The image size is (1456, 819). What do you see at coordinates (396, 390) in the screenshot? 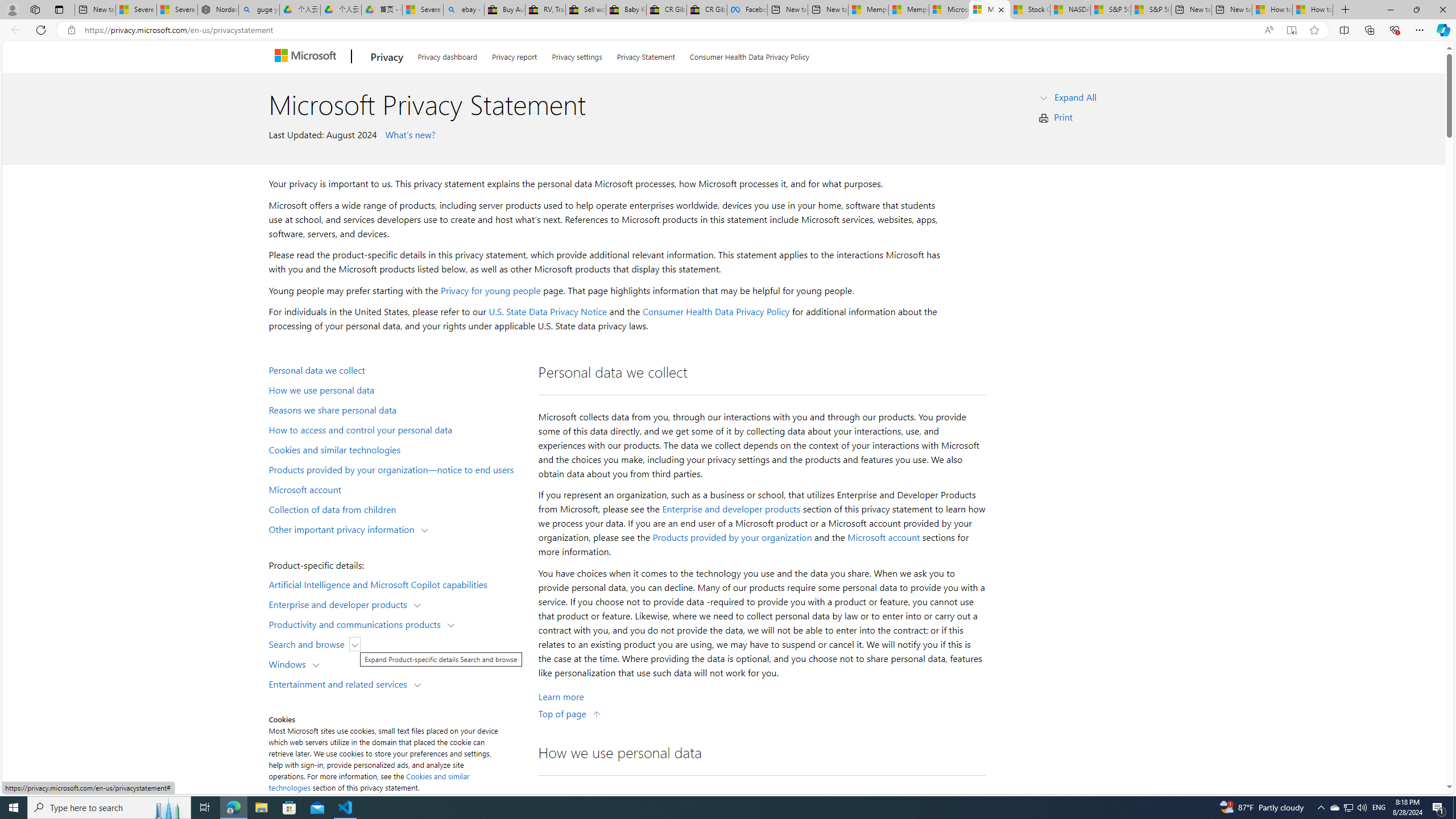
I see `'How we use personal data'` at bounding box center [396, 390].